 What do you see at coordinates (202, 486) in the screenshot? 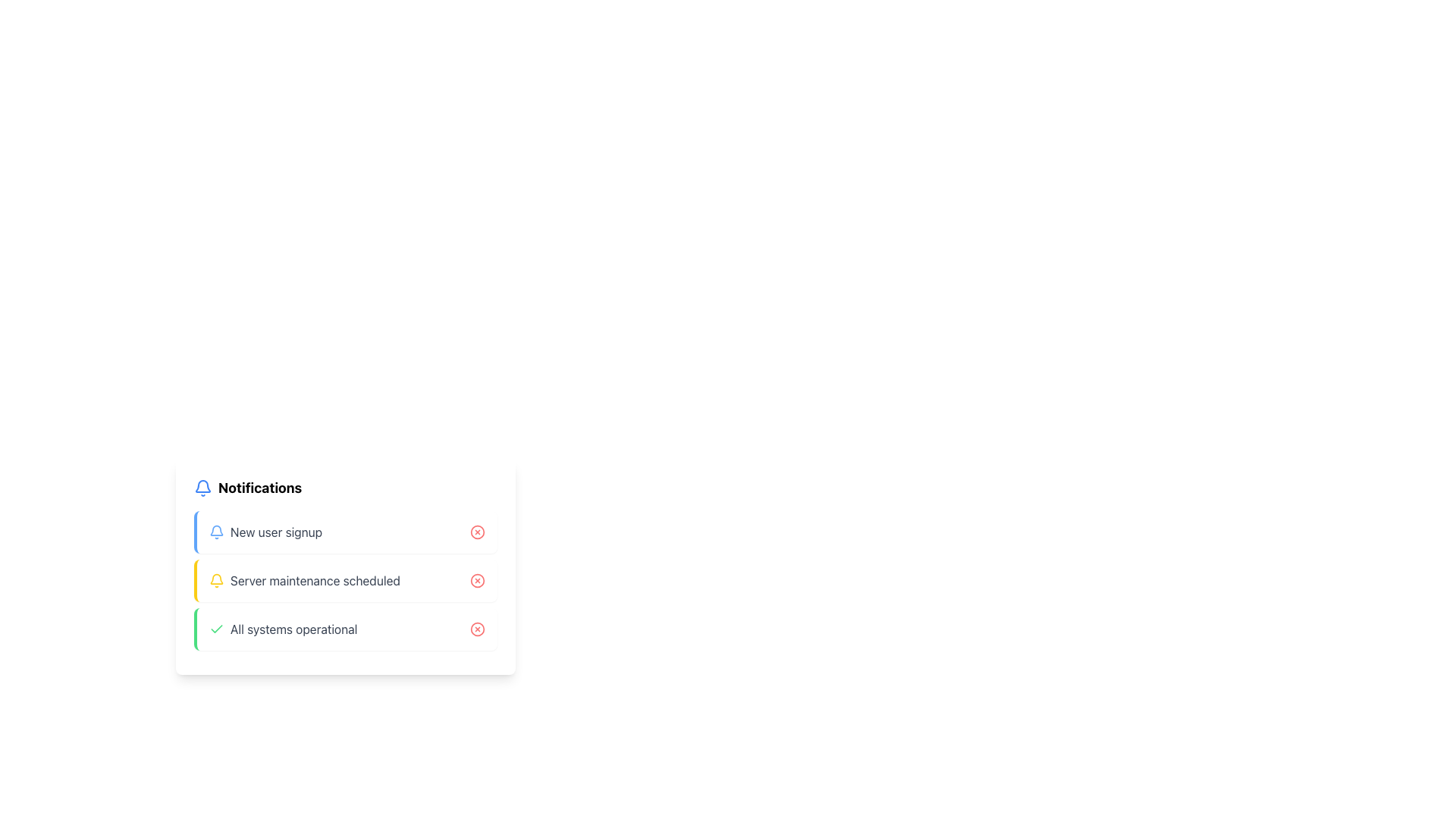
I see `the lower curve of the bell icon, which is styled with a blue outline and is located to the left of the title 'Notifications'` at bounding box center [202, 486].